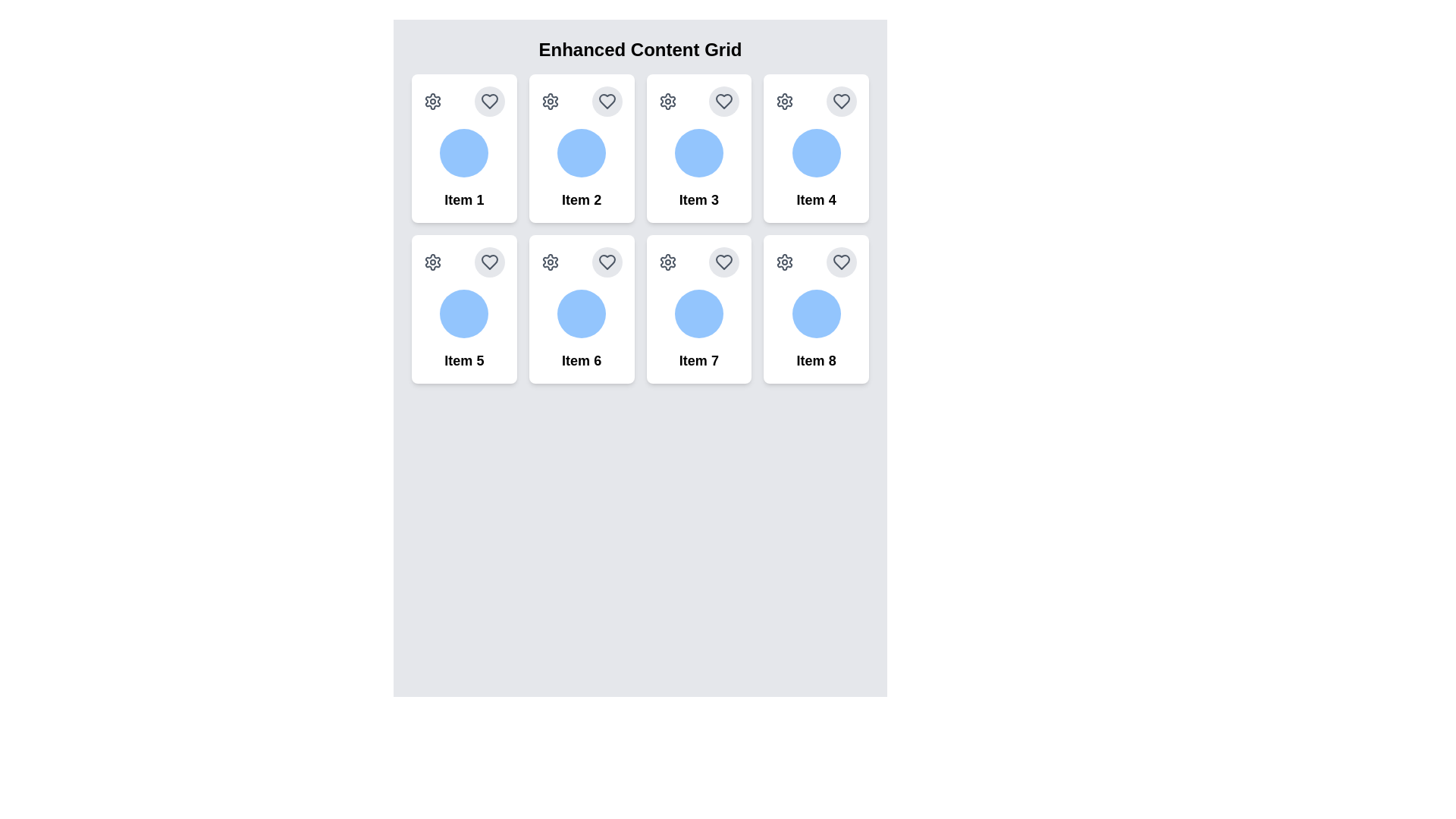 Image resolution: width=1456 pixels, height=819 pixels. Describe the element at coordinates (549, 262) in the screenshot. I see `the settings gear icon located in the top-left corner of the card labeled 'Item 6' in the second row and second column` at that location.